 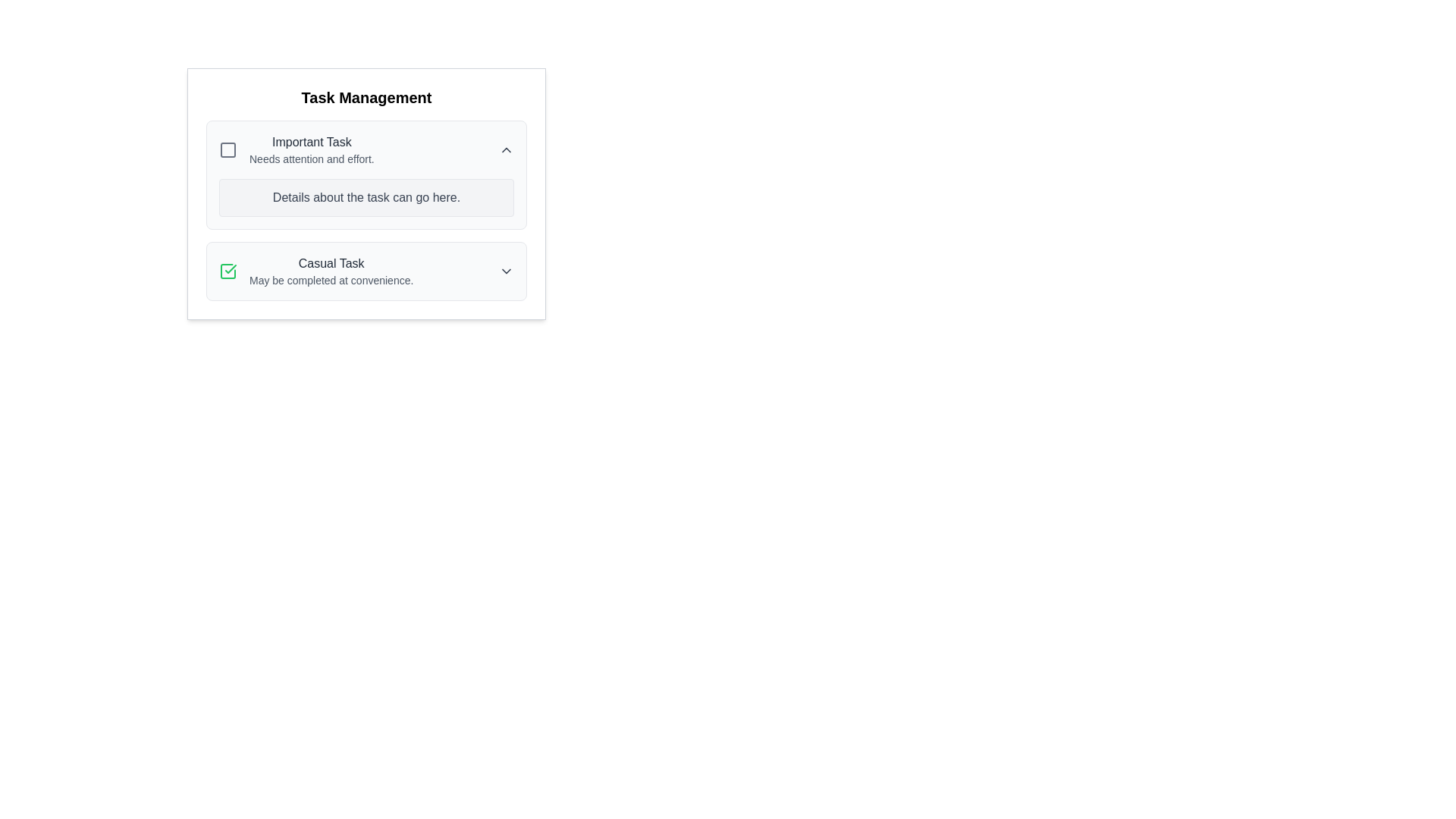 I want to click on the checkbox icon located to the left of the text 'Important Task' in the first task box of the 'Task Management' section, so click(x=227, y=149).